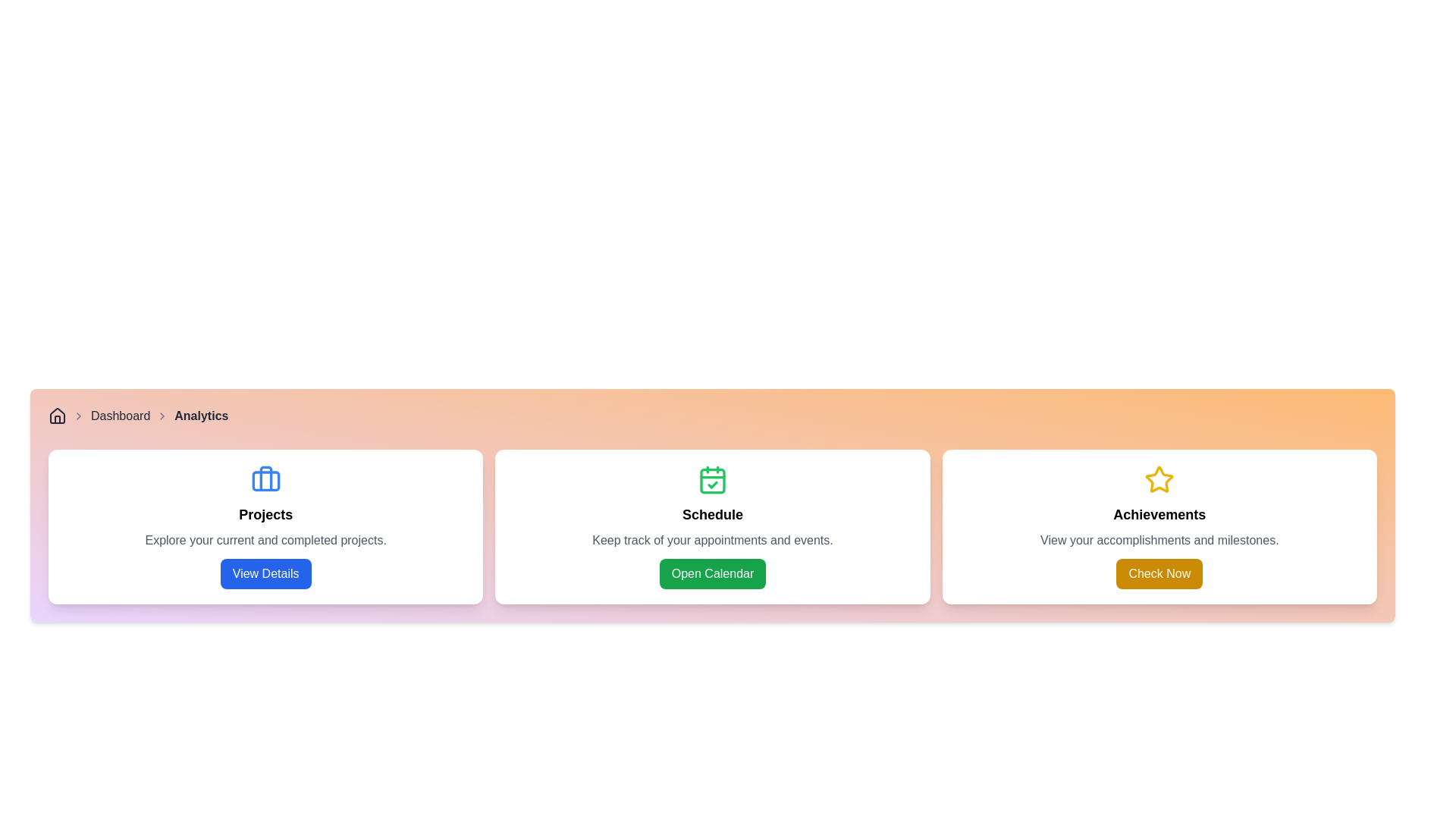 Image resolution: width=1456 pixels, height=819 pixels. Describe the element at coordinates (1159, 513) in the screenshot. I see `the 'Achievements' header text, which is styled in bold and large font on a white background, located beneath a yellow star icon and above descriptive text and a button labeled 'Check Now'` at that location.